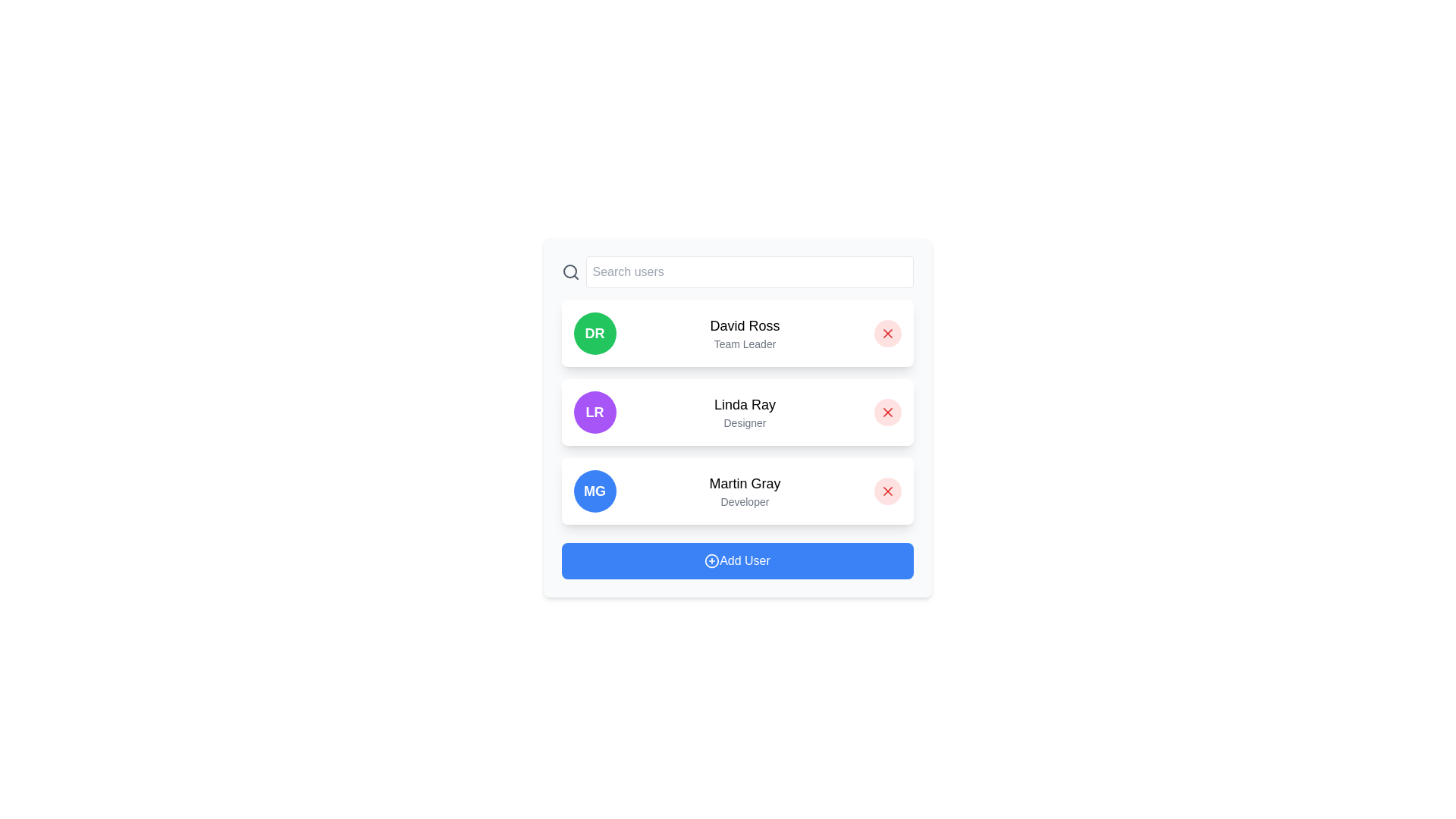 This screenshot has width=1456, height=819. Describe the element at coordinates (887, 491) in the screenshot. I see `the delete button located in the top-right corner of the card displaying 'Martin Gray' and the role 'Developer'` at that location.